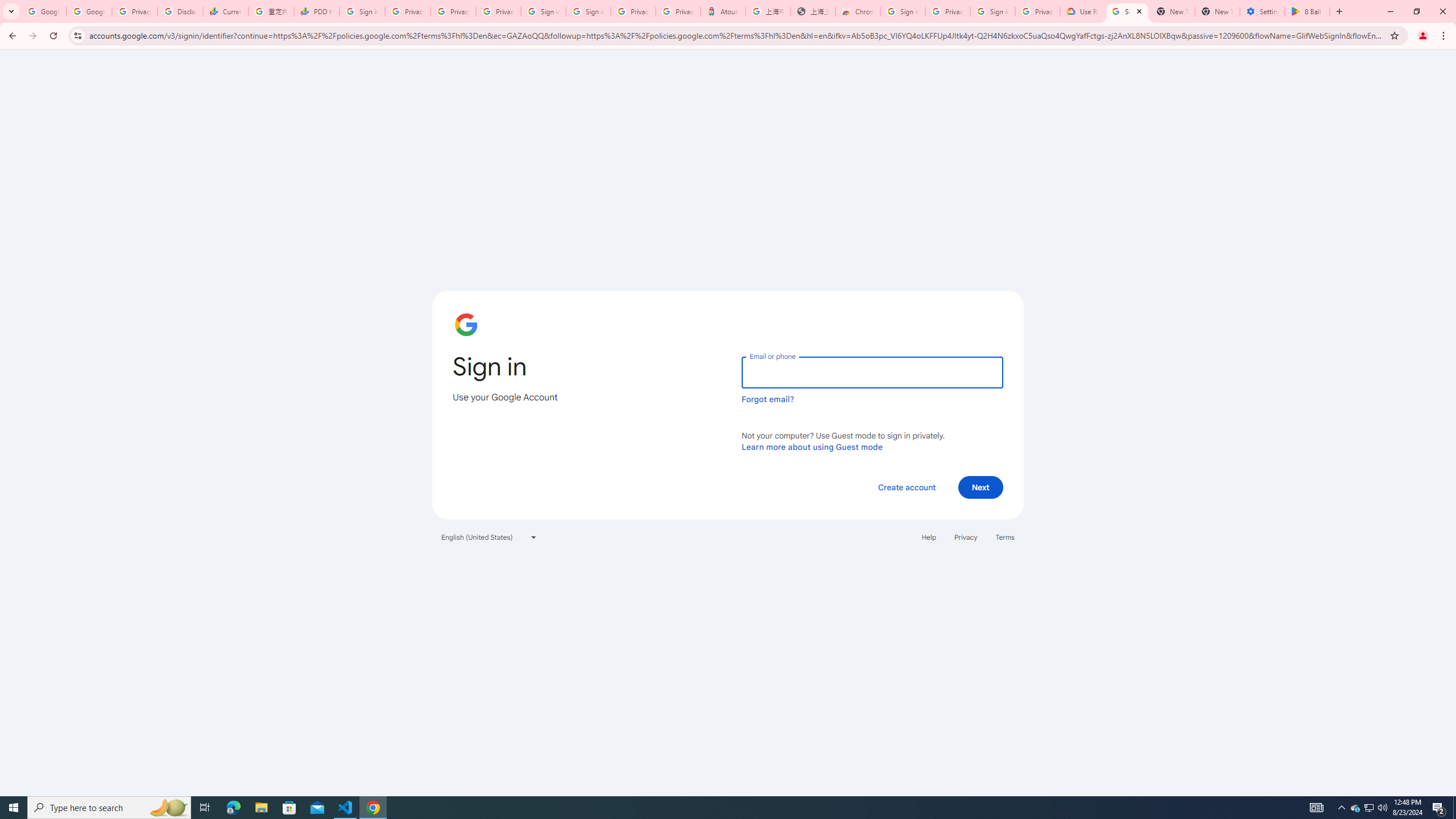 The image size is (1456, 819). What do you see at coordinates (43, 11) in the screenshot?
I see `'Google Workspace Admin Community'` at bounding box center [43, 11].